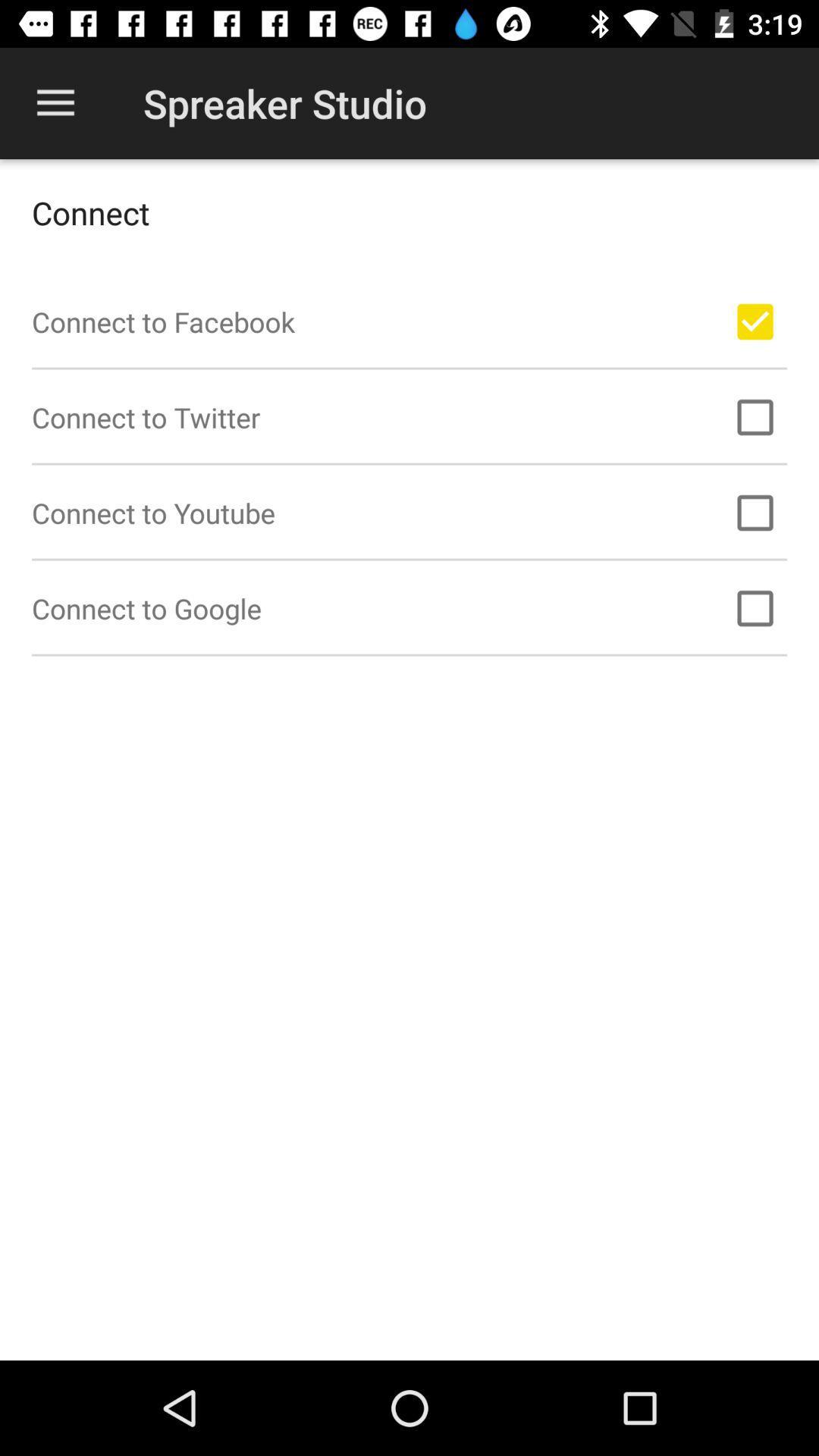 This screenshot has height=1456, width=819. I want to click on option, so click(755, 417).